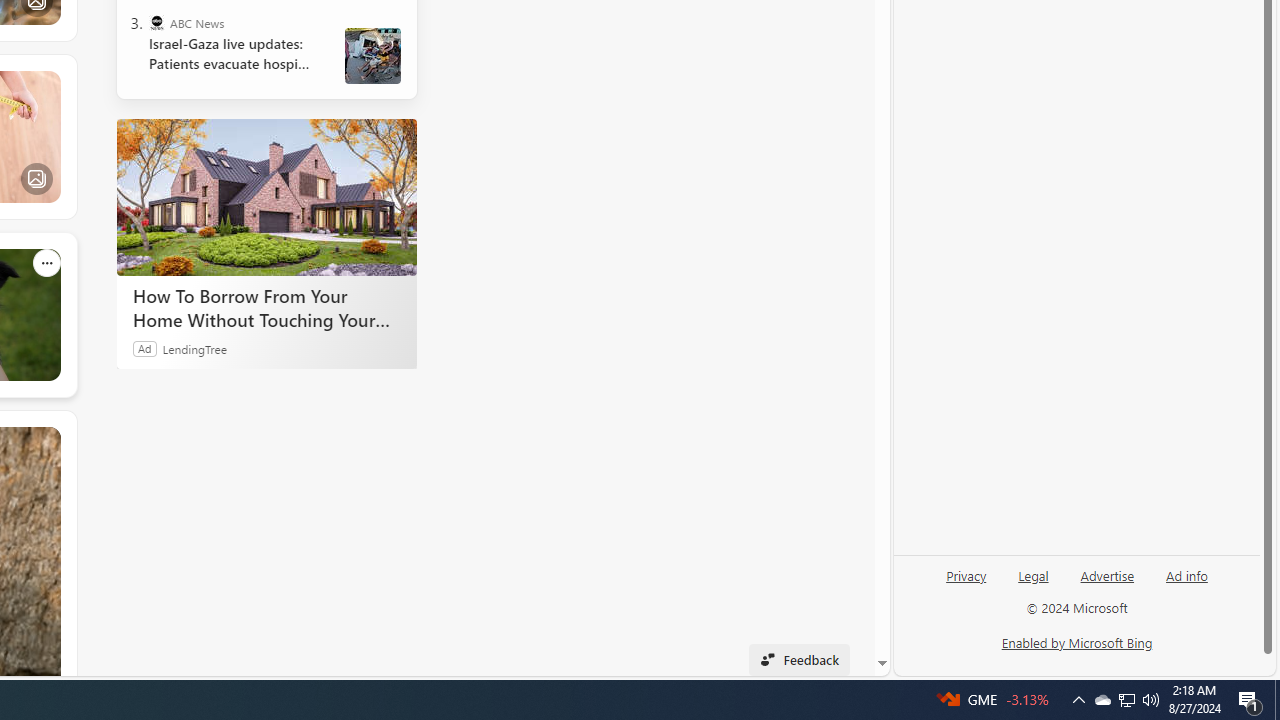 This screenshot has height=720, width=1280. Describe the element at coordinates (155, 23) in the screenshot. I see `'ABC News'` at that location.